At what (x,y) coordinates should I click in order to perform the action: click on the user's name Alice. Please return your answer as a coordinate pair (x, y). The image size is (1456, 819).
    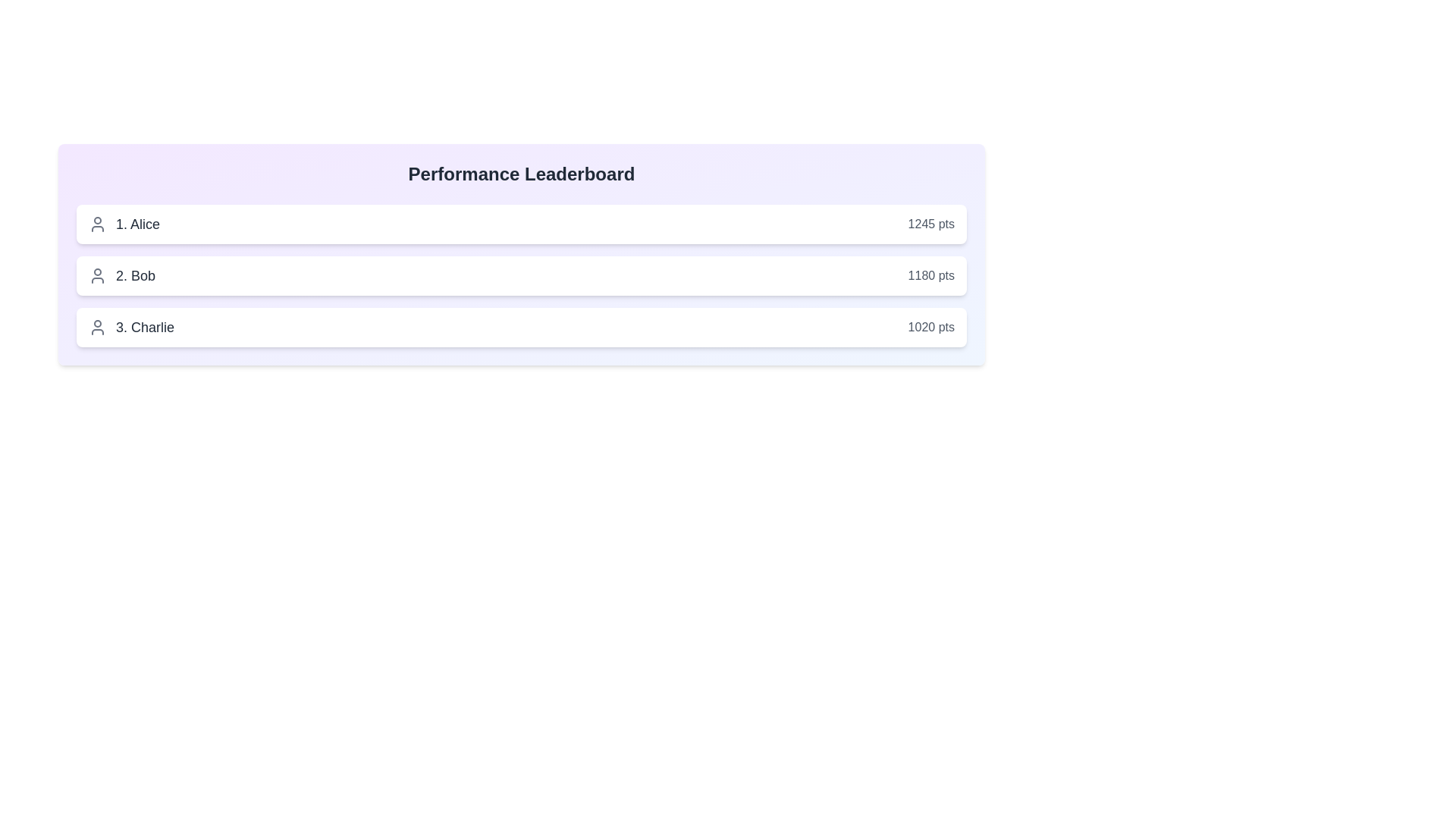
    Looking at the image, I should click on (124, 224).